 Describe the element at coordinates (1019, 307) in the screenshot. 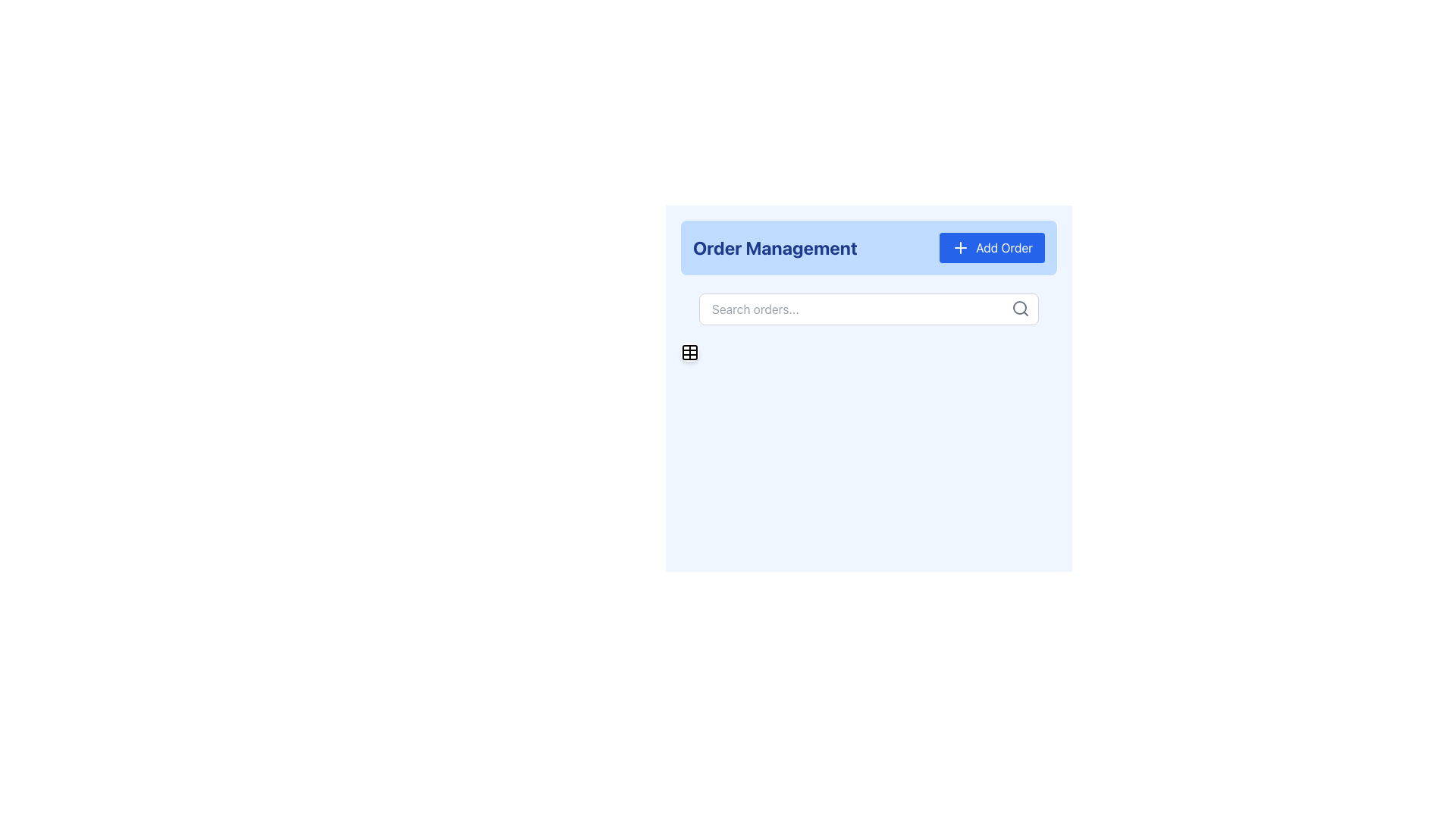

I see `the inner circle of the magnifying glass graphic that is part of the search icon located at the right side of the 'Search orders...' text input field` at that location.